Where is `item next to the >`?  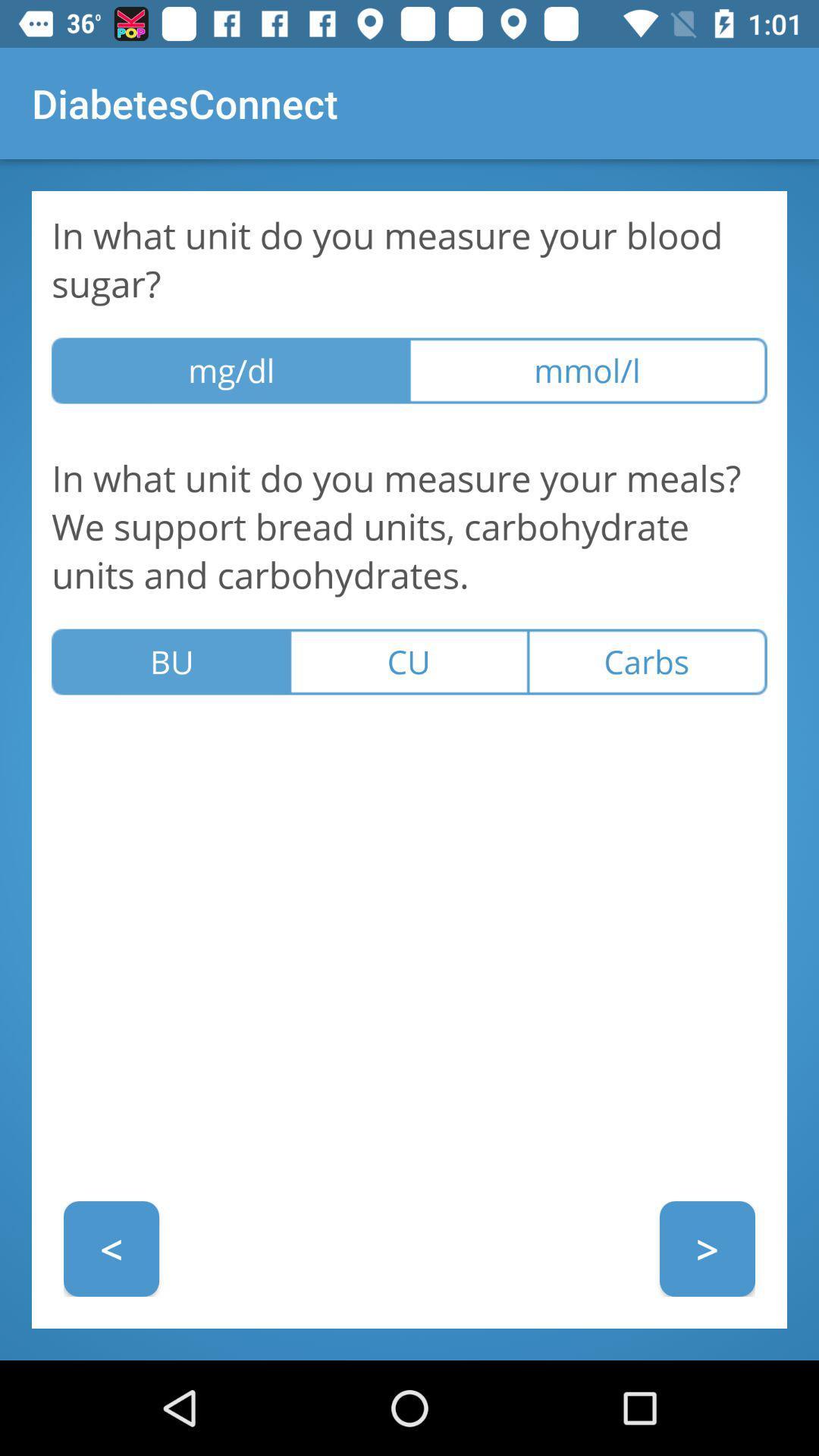
item next to the > is located at coordinates (110, 1248).